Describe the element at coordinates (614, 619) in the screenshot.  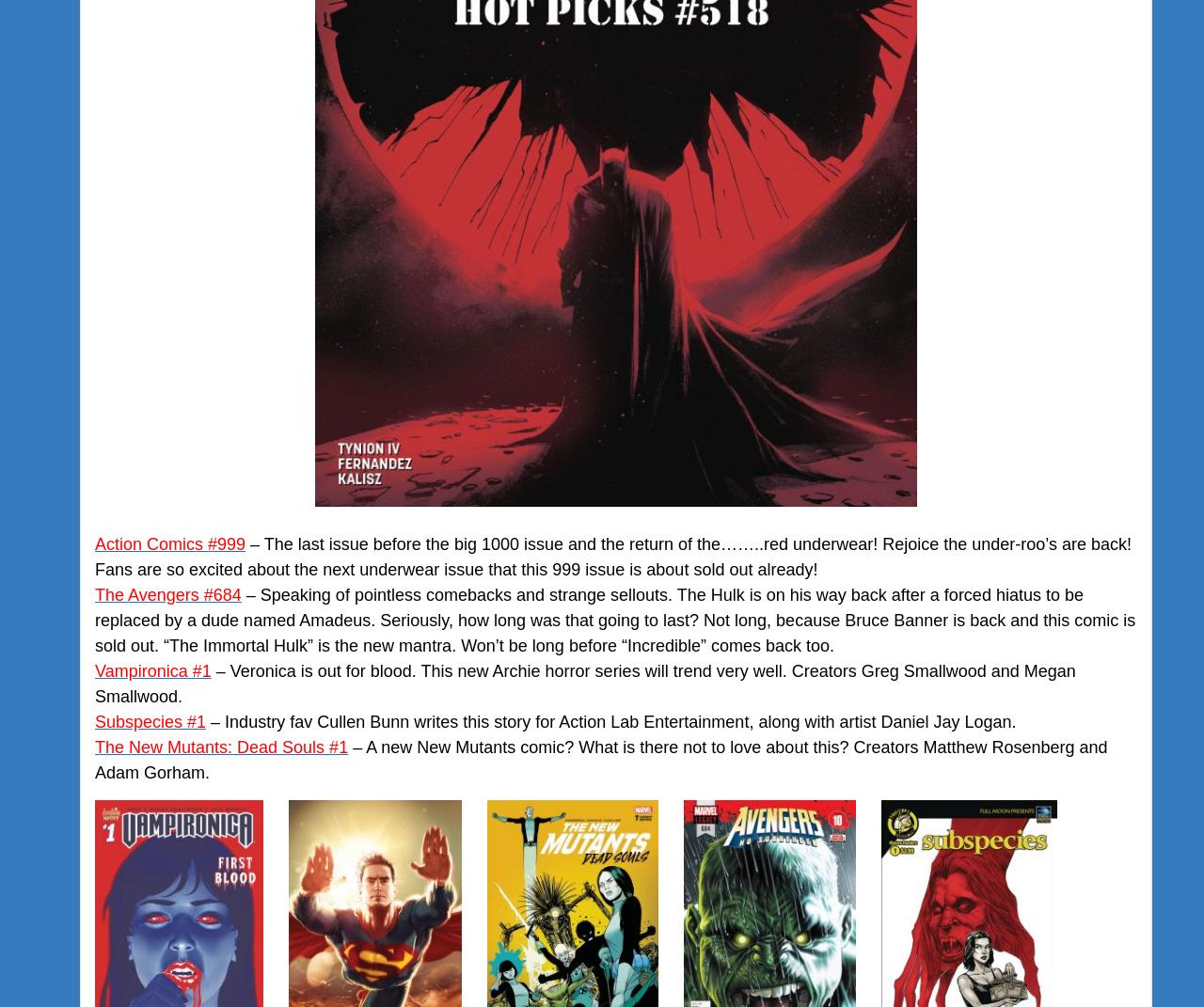
I see `'– Speaking of pointless comebacks and strange sellouts. The Hulk is on his way back after a forced hiatus to be replaced by a dude named Amadeus. Seriously, how long was that going to last? Not long, because Bruce Banner is back and this comic is sold out. “The Immortal Hulk” is the new mantra. Won’t be long before “Incredible” comes back too.'` at that location.